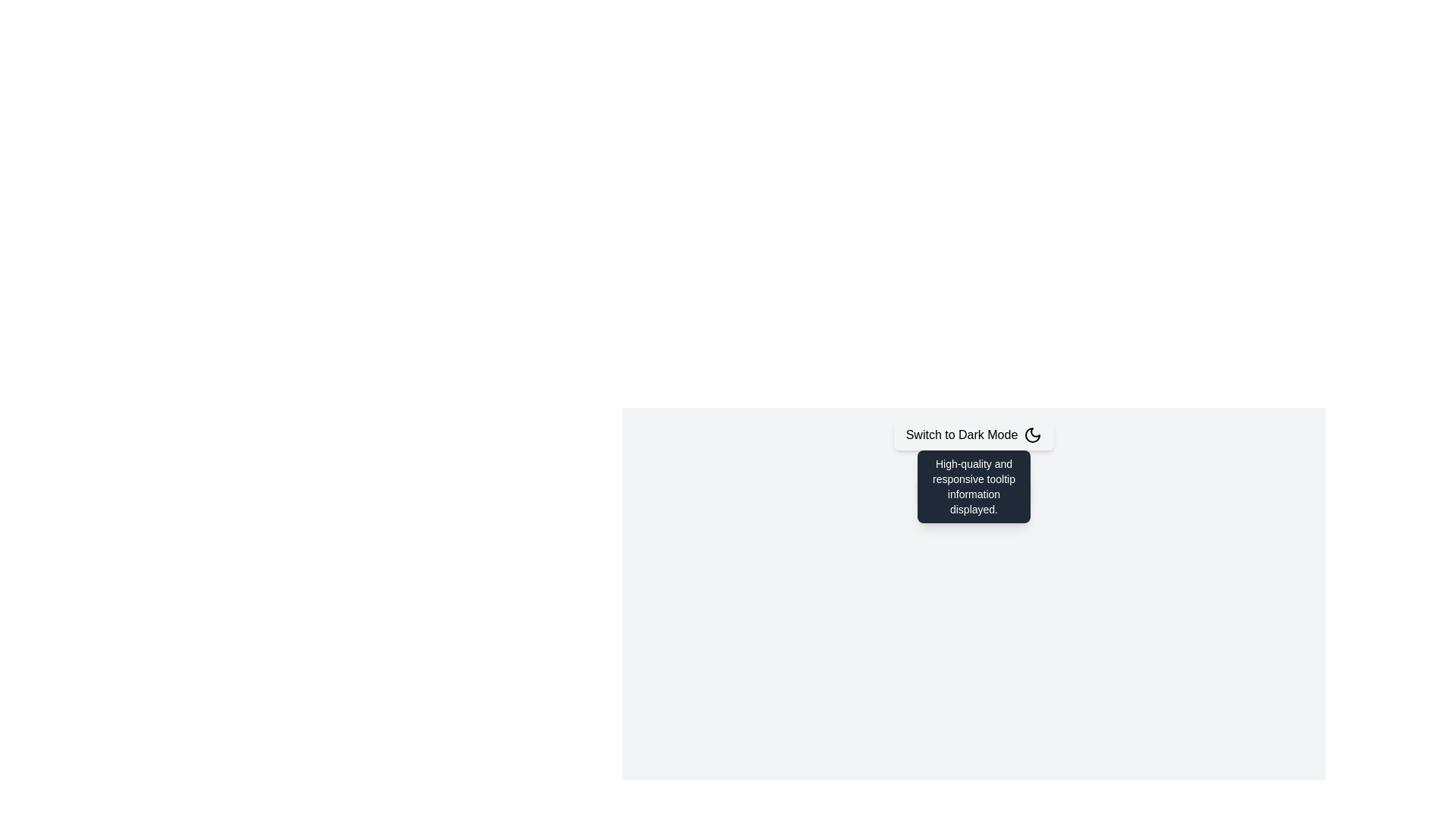  Describe the element at coordinates (973, 435) in the screenshot. I see `the button labeled 'Switch to Dark Mode' with a crescent moon icon` at that location.